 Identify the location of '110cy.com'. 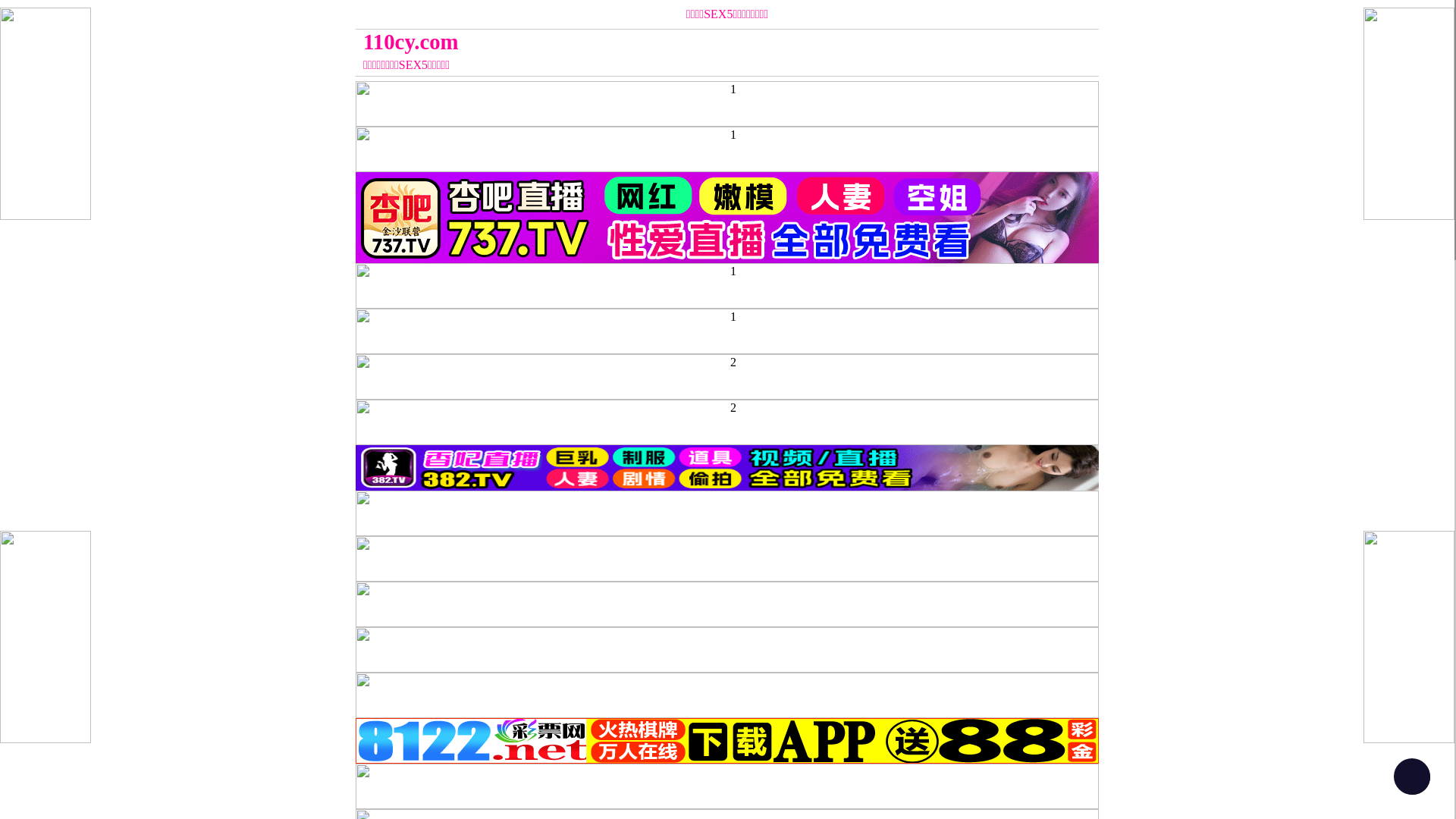
(634, 41).